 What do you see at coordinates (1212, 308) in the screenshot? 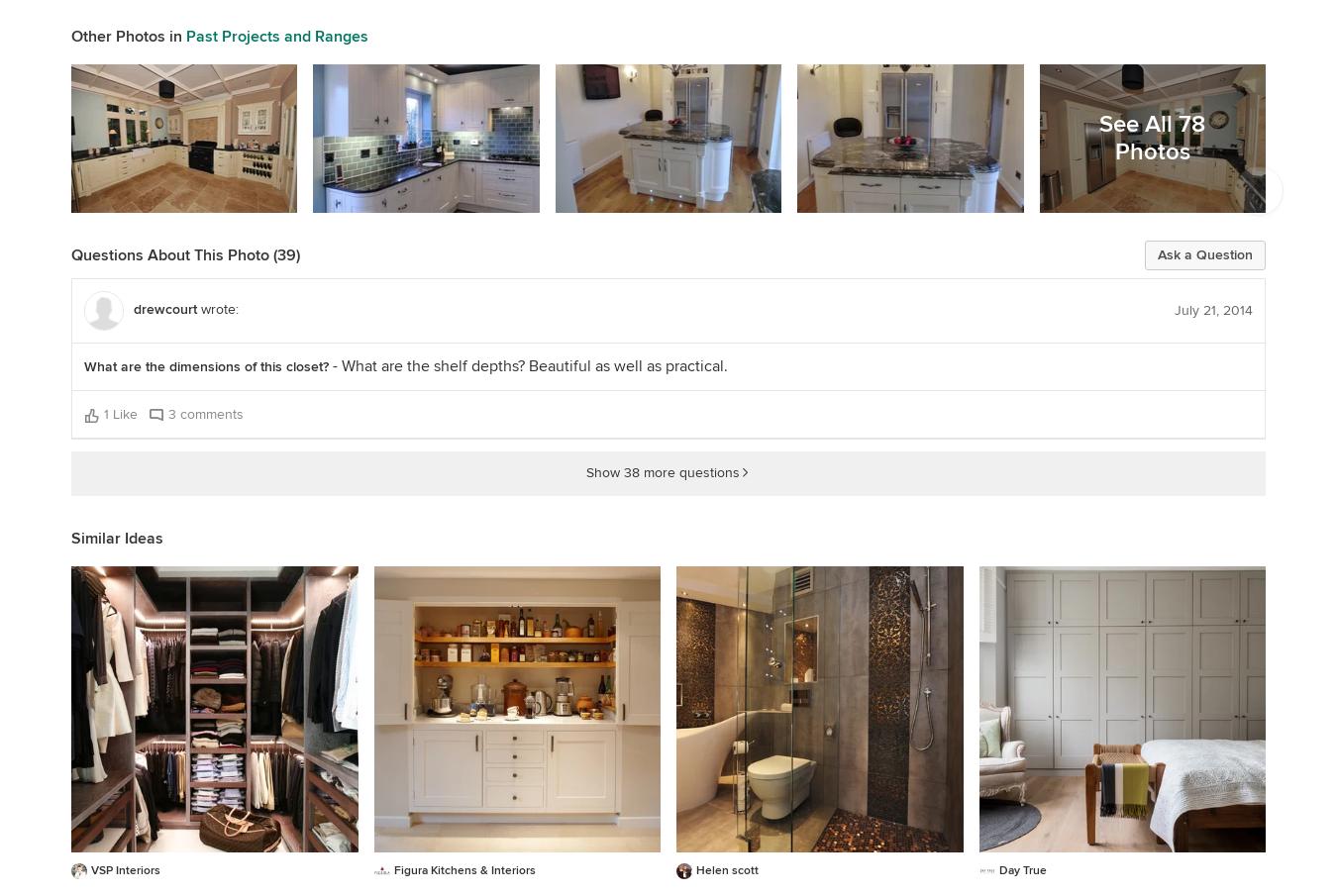
I see `'July 21, 2014'` at bounding box center [1212, 308].